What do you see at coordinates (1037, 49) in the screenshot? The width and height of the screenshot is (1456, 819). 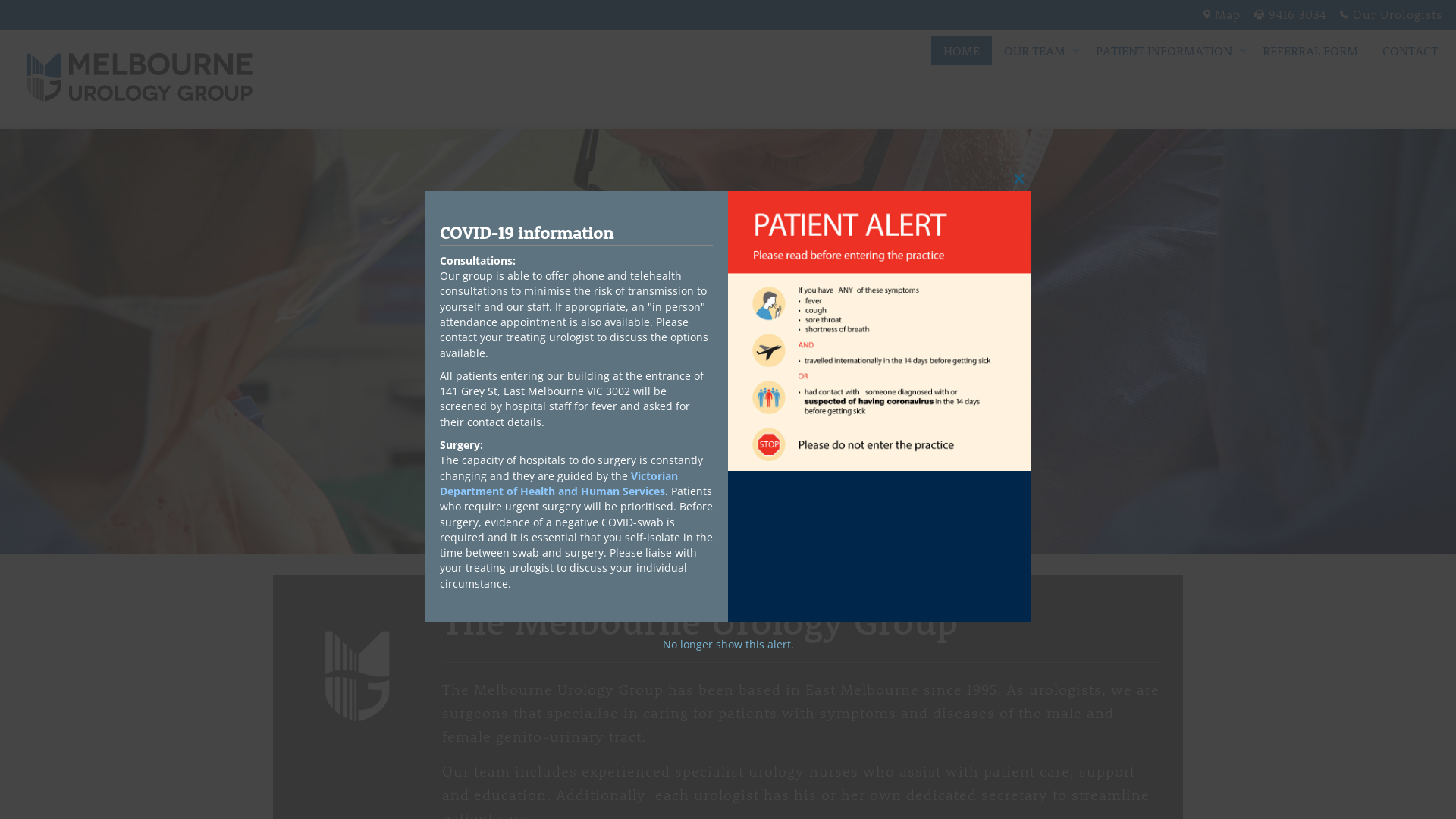 I see `'OUR TEAM'` at bounding box center [1037, 49].